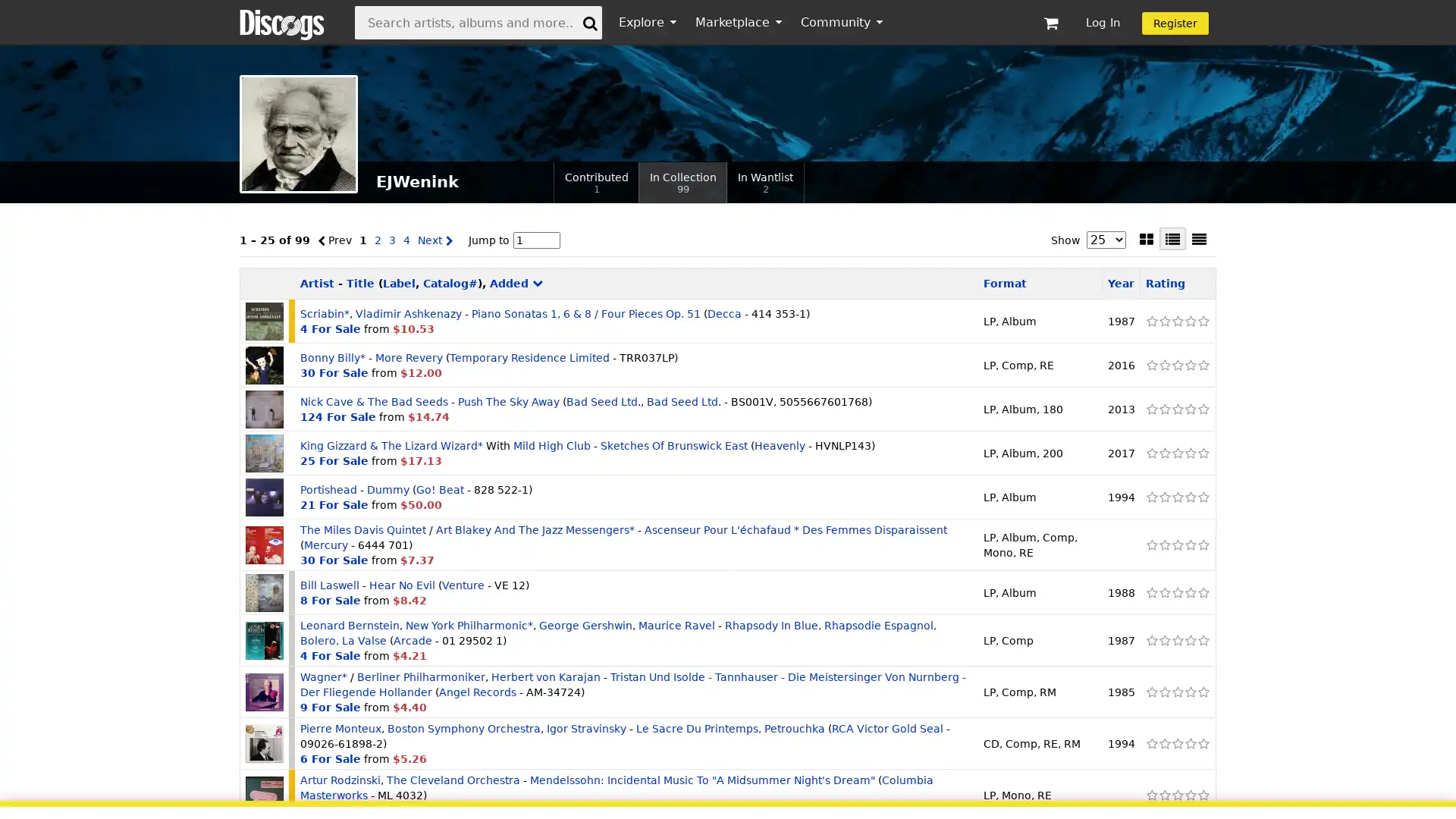 This screenshot has width=1456, height=819. Describe the element at coordinates (1163, 592) in the screenshot. I see `Rate this release 2 stars.` at that location.